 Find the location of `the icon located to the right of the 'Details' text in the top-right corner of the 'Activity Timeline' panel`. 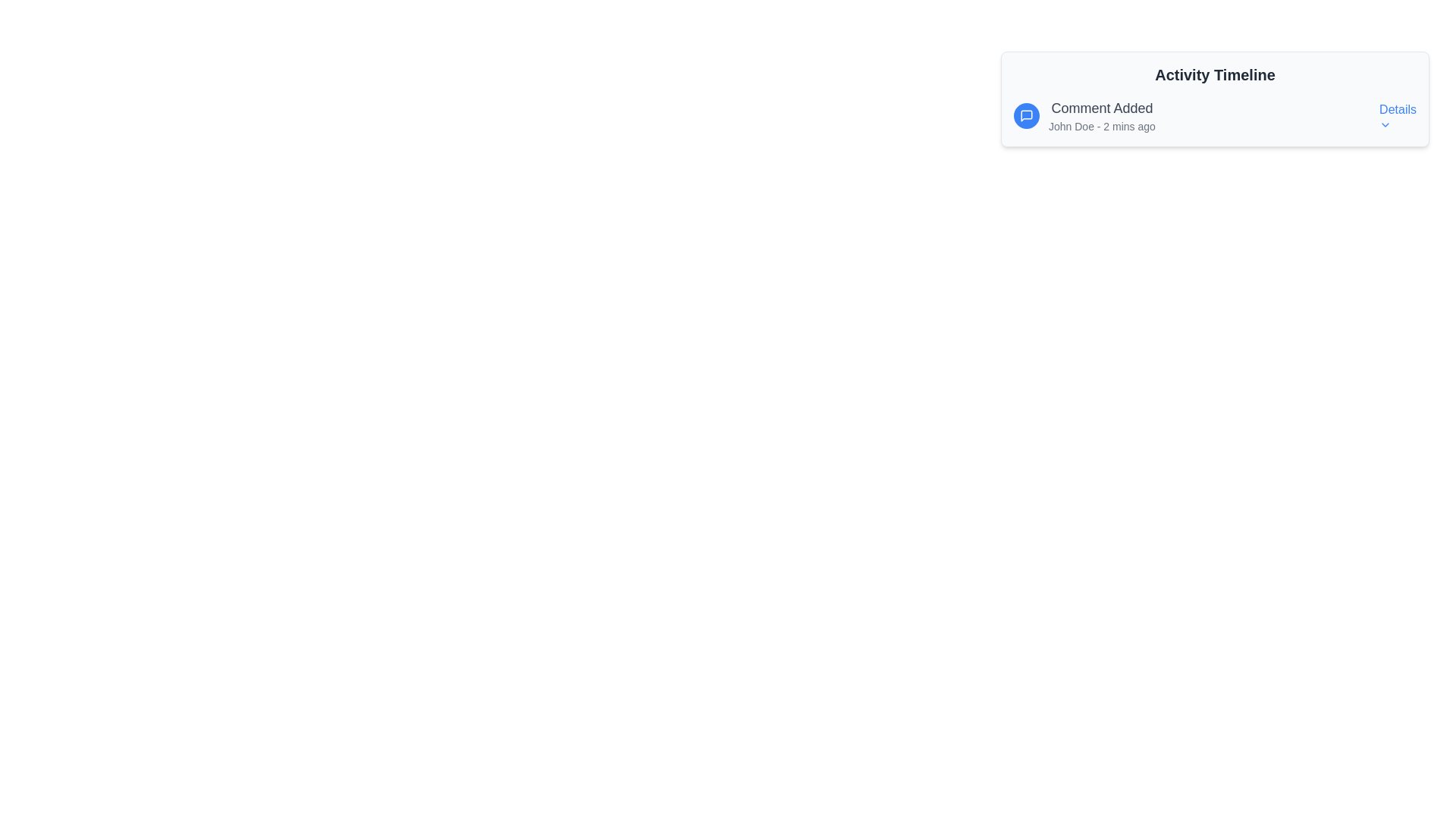

the icon located to the right of the 'Details' text in the top-right corner of the 'Activity Timeline' panel is located at coordinates (1385, 124).